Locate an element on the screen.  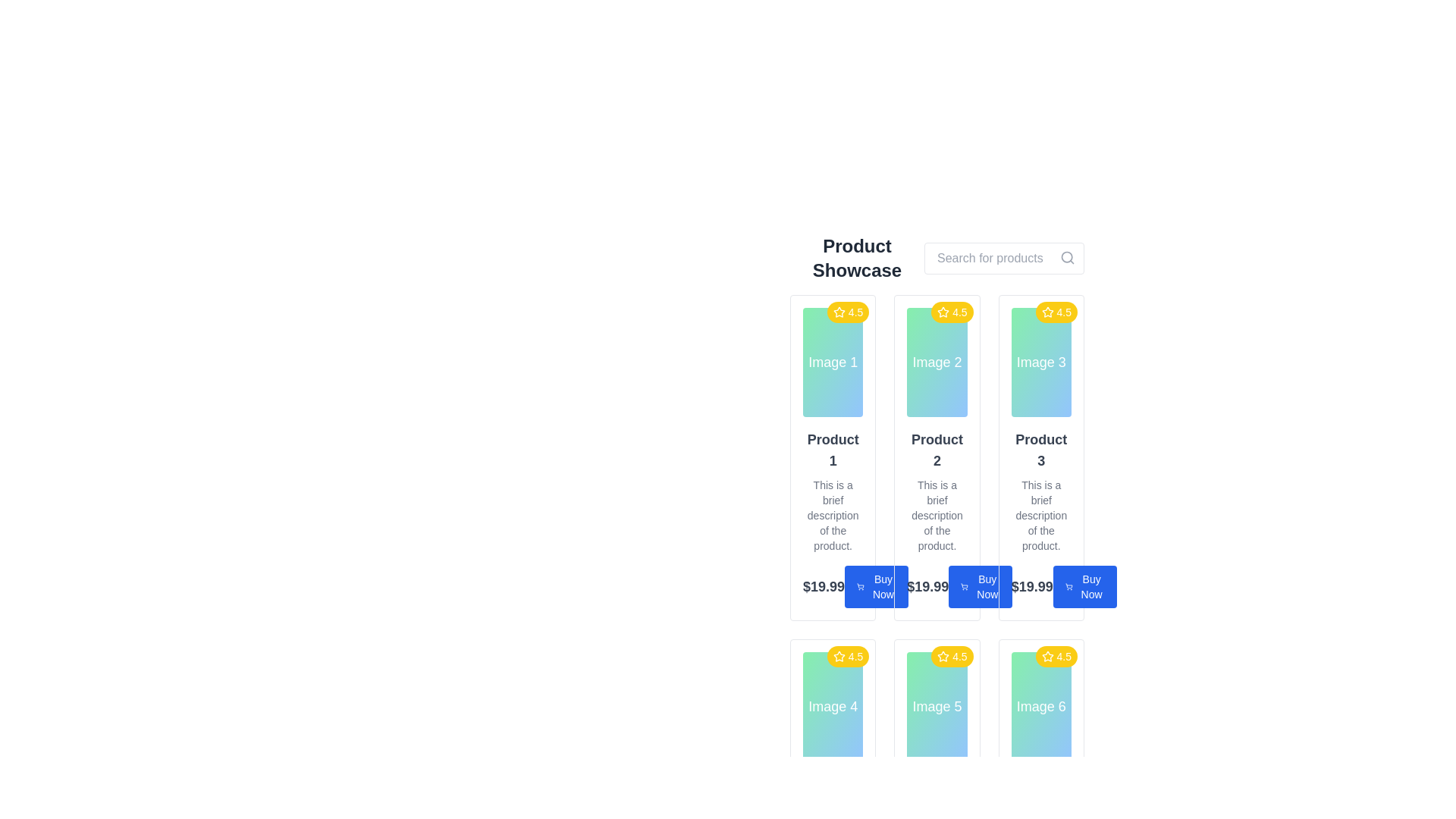
the purchase button located at the bottom-right corner of the third product card to initiate the purchase process is located at coordinates (1084, 586).